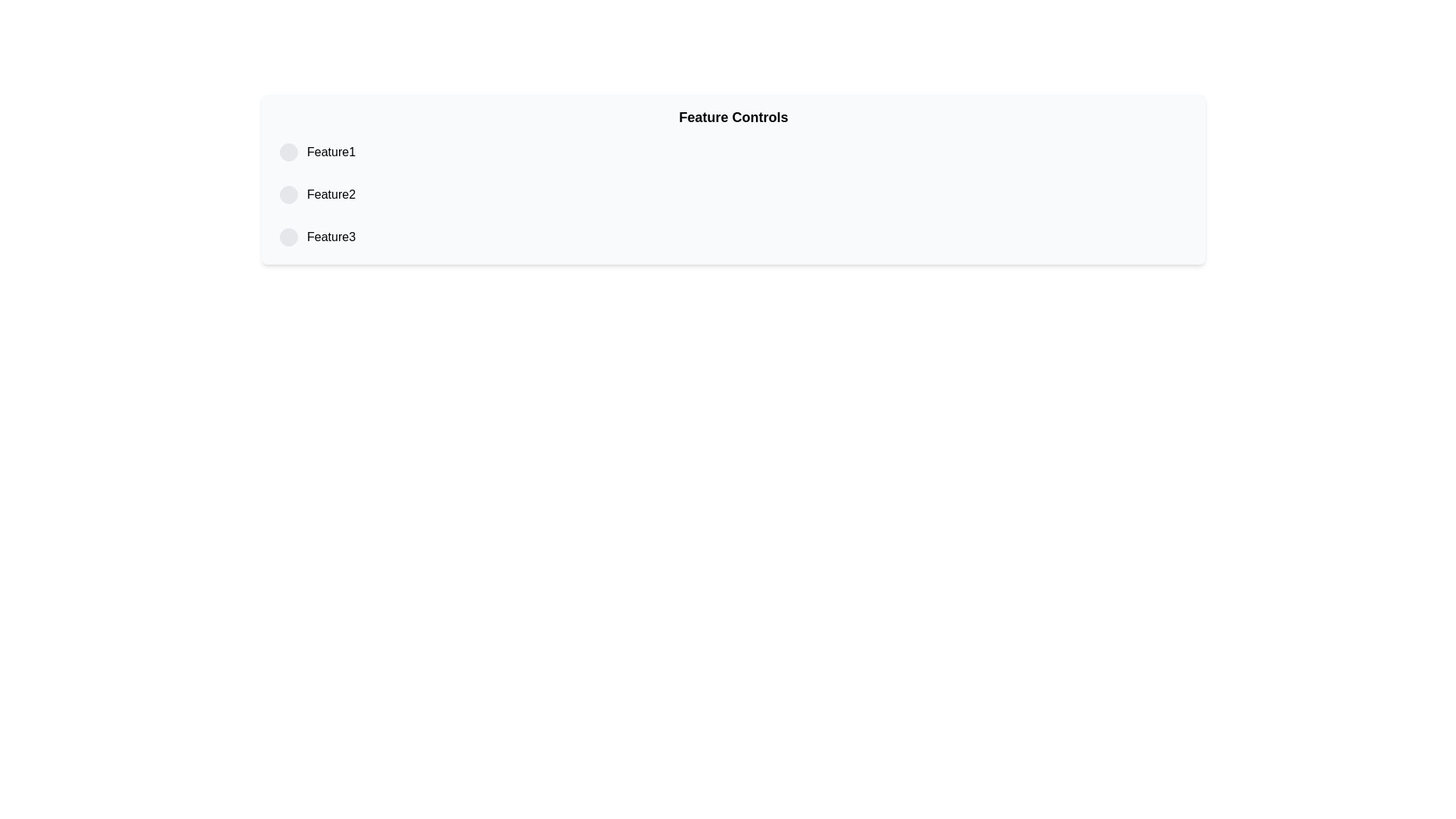 The width and height of the screenshot is (1456, 819). What do you see at coordinates (288, 237) in the screenshot?
I see `the radio button for 'Feature3'` at bounding box center [288, 237].